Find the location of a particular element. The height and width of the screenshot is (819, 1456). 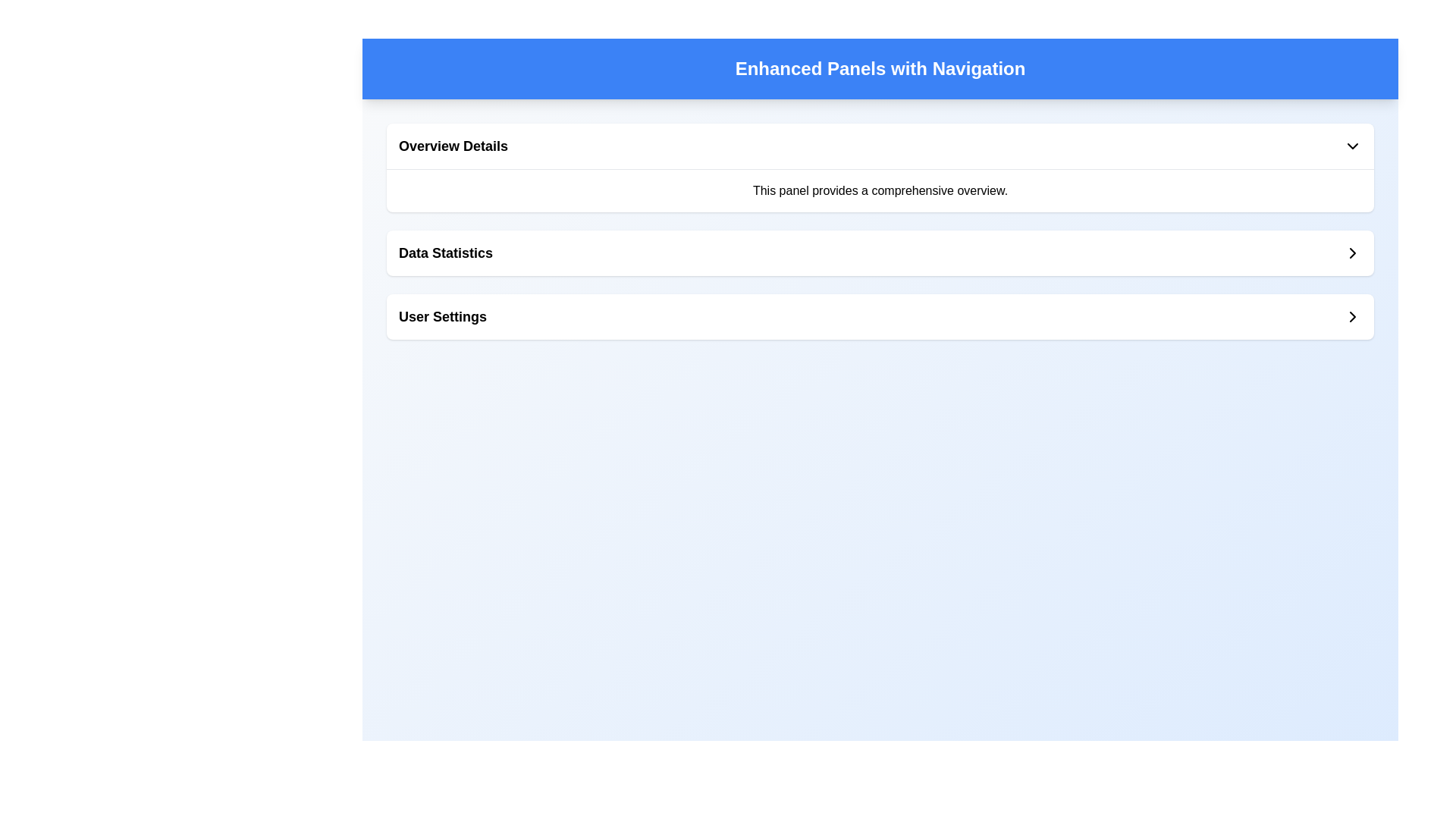

'Overview Details' text label, which is prominently displayed in the header section and styled in bold with a semibold font weight, for debugging purposes is located at coordinates (453, 146).